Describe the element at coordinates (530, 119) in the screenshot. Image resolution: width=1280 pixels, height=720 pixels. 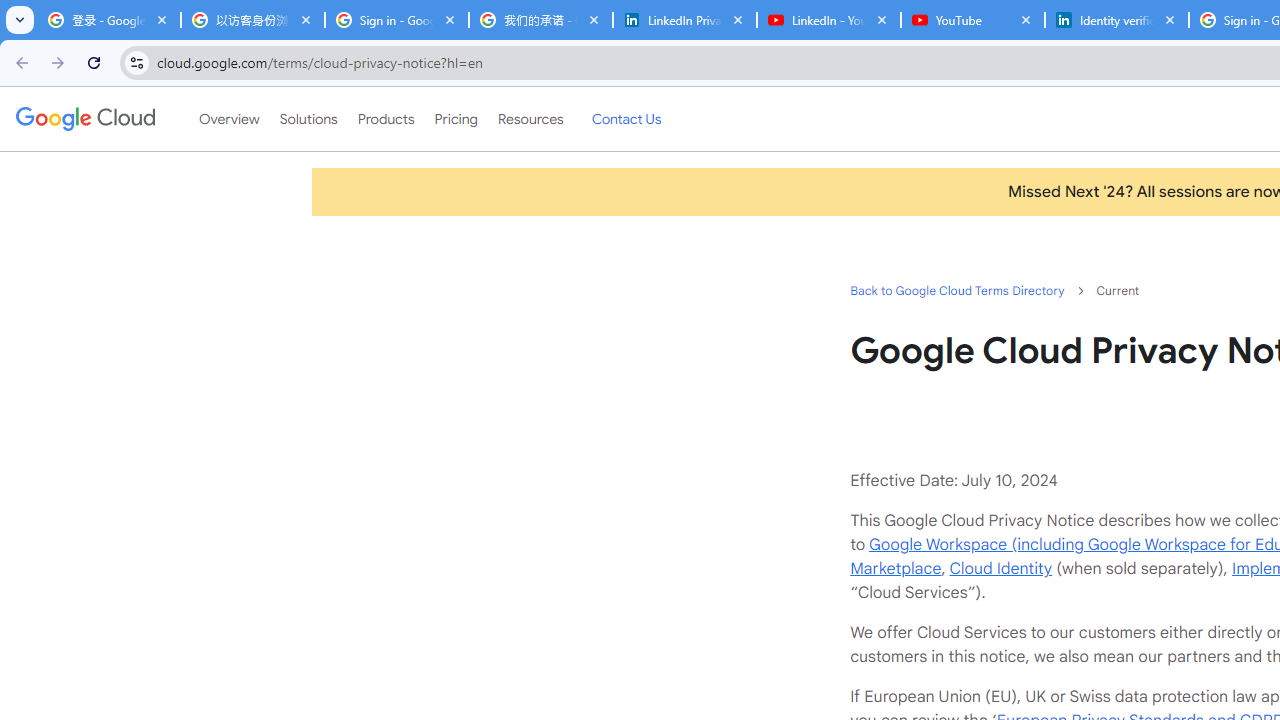
I see `'Resources'` at that location.